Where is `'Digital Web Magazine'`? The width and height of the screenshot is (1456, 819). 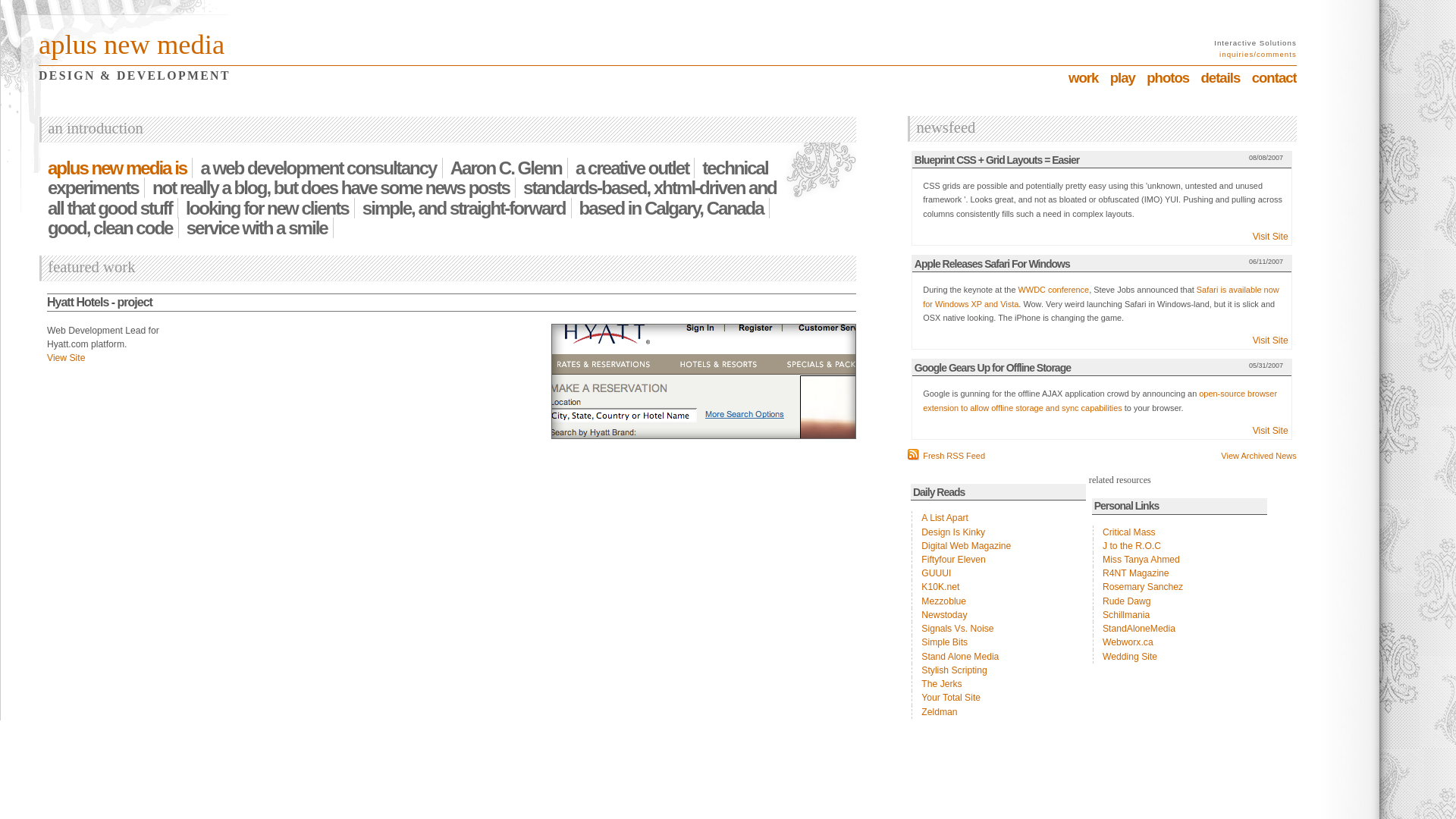 'Digital Web Magazine' is located at coordinates (998, 546).